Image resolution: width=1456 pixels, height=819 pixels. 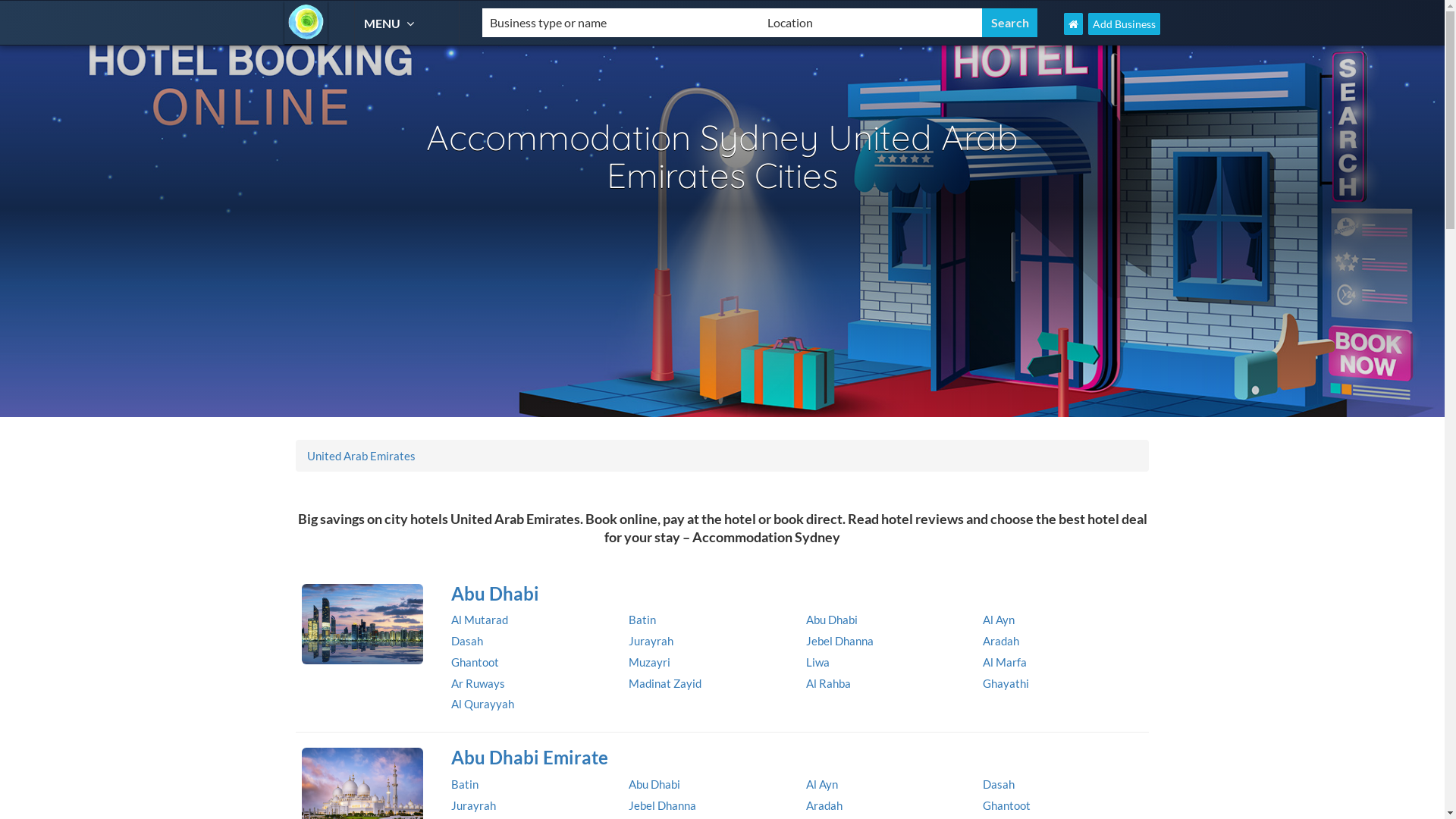 I want to click on 'Jurayrah', so click(x=472, y=804).